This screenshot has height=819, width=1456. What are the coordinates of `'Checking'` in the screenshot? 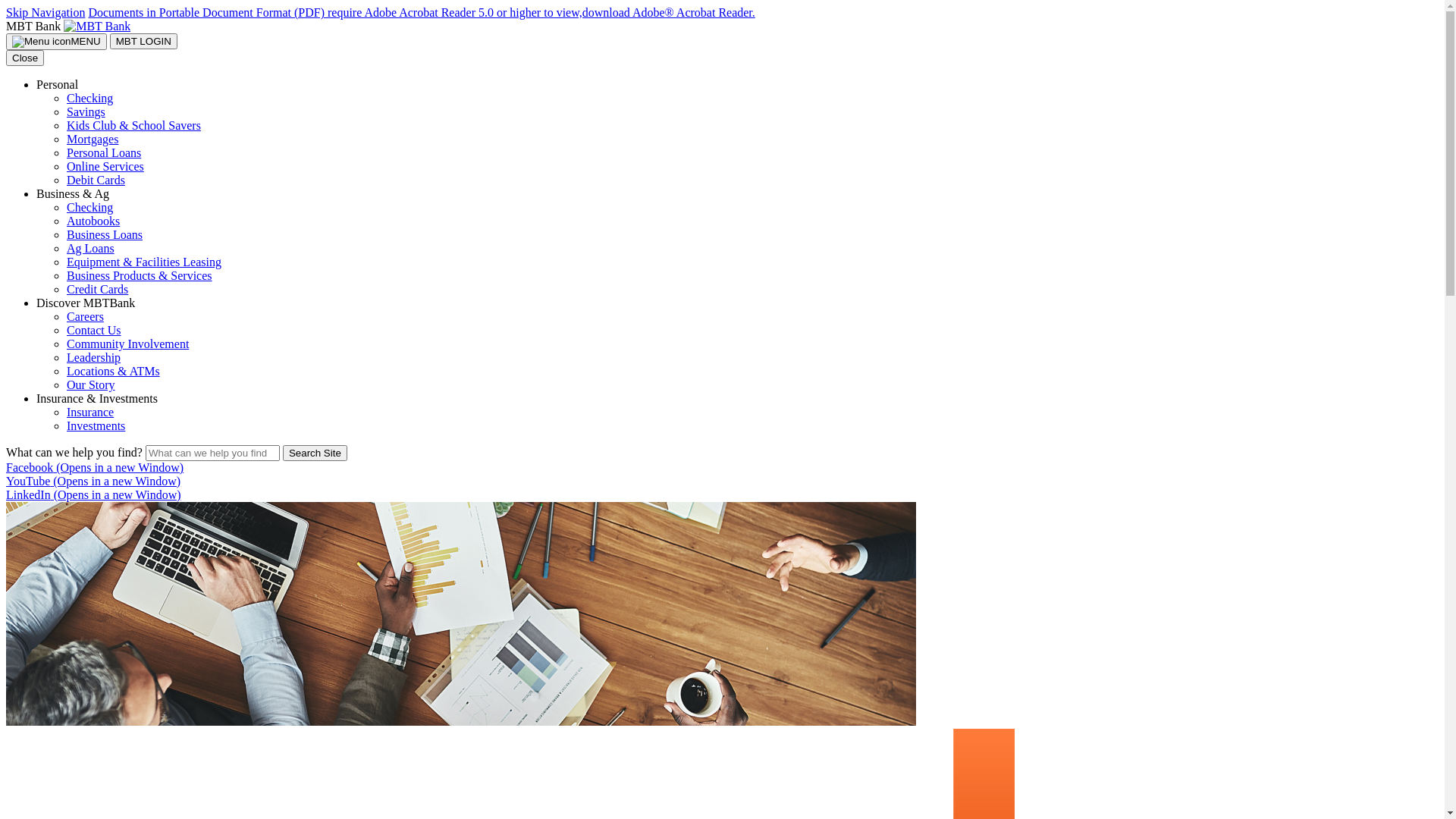 It's located at (89, 98).